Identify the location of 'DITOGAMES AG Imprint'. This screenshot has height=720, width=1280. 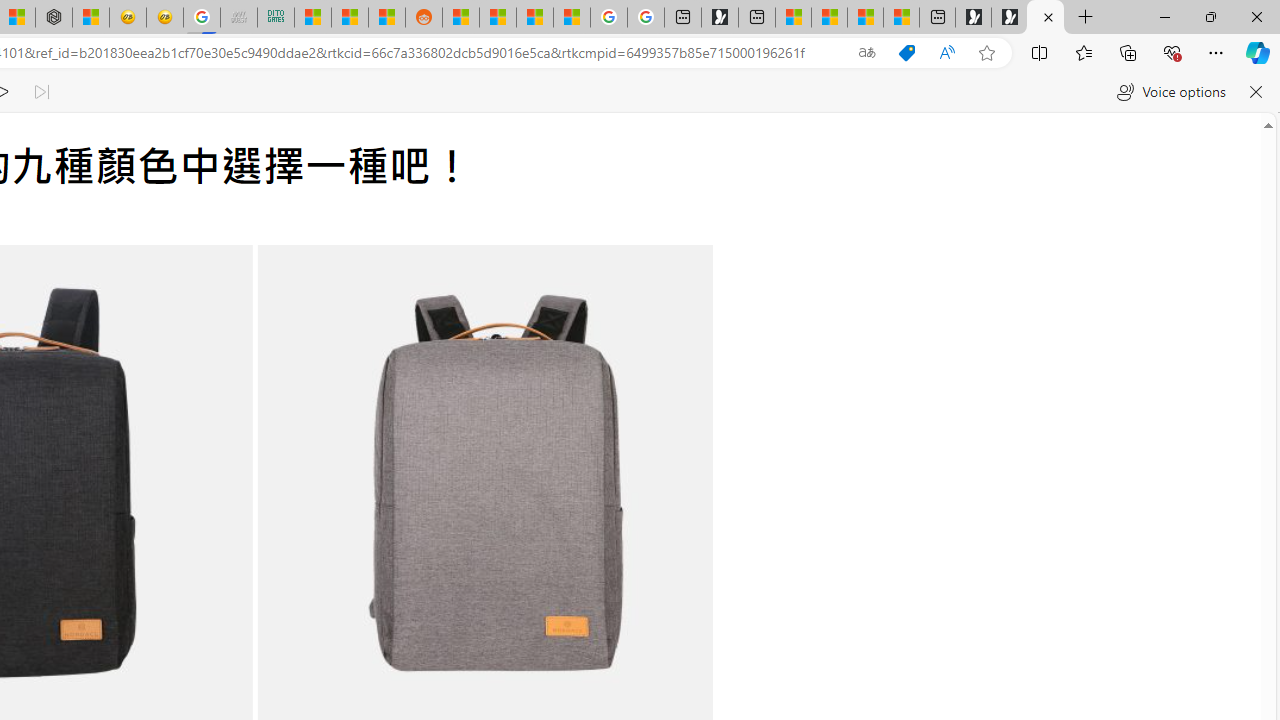
(275, 17).